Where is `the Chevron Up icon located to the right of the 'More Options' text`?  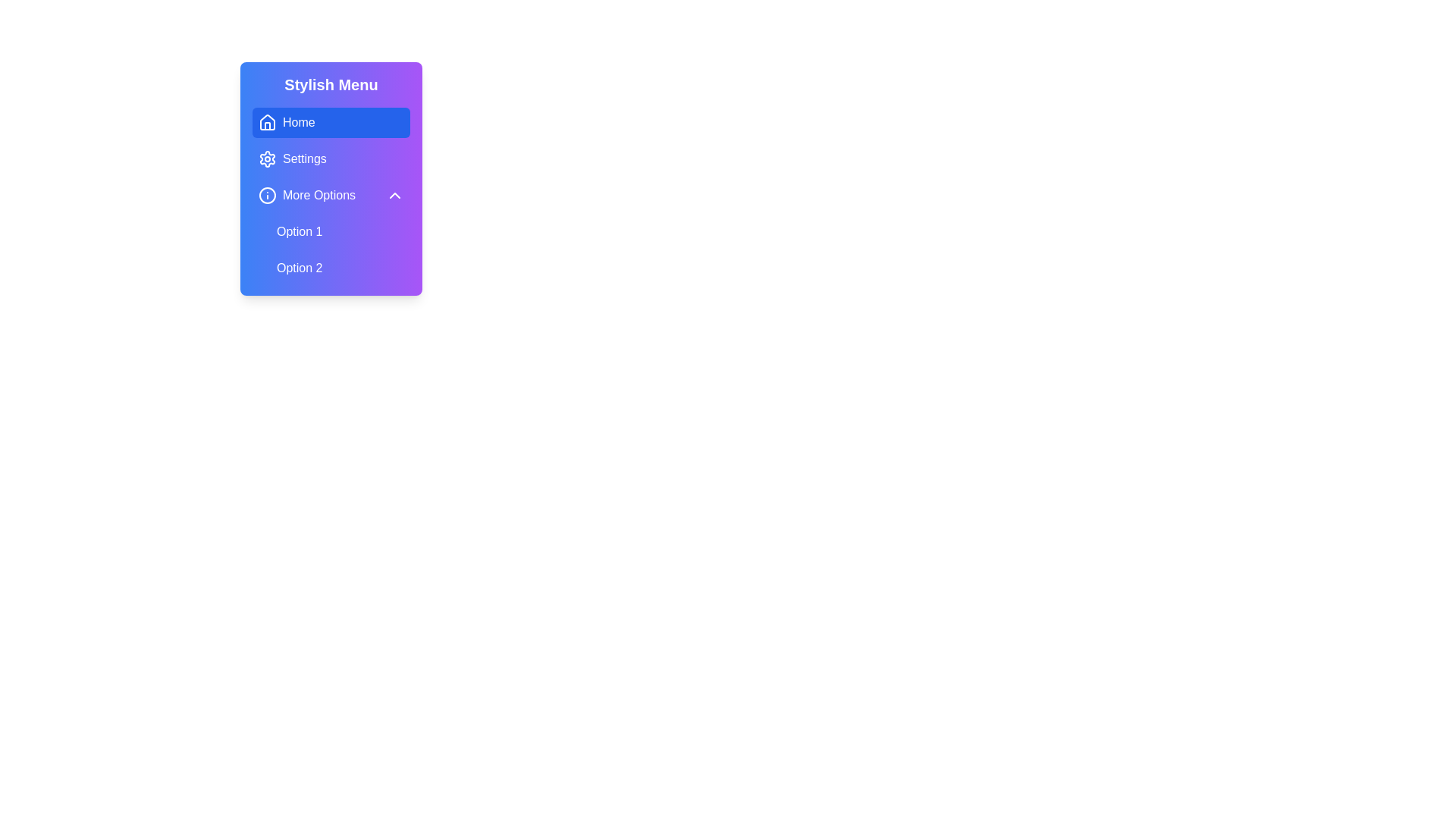 the Chevron Up icon located to the right of the 'More Options' text is located at coordinates (395, 195).